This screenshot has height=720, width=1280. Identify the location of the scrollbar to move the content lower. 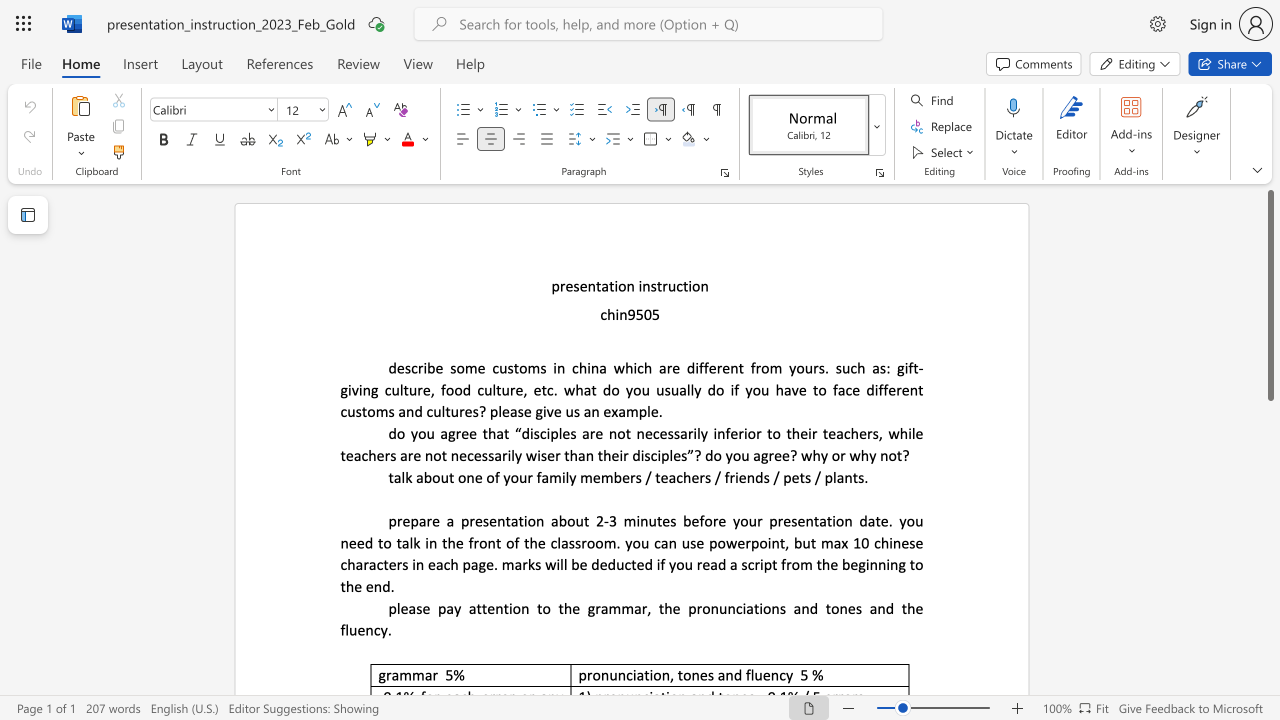
(1269, 660).